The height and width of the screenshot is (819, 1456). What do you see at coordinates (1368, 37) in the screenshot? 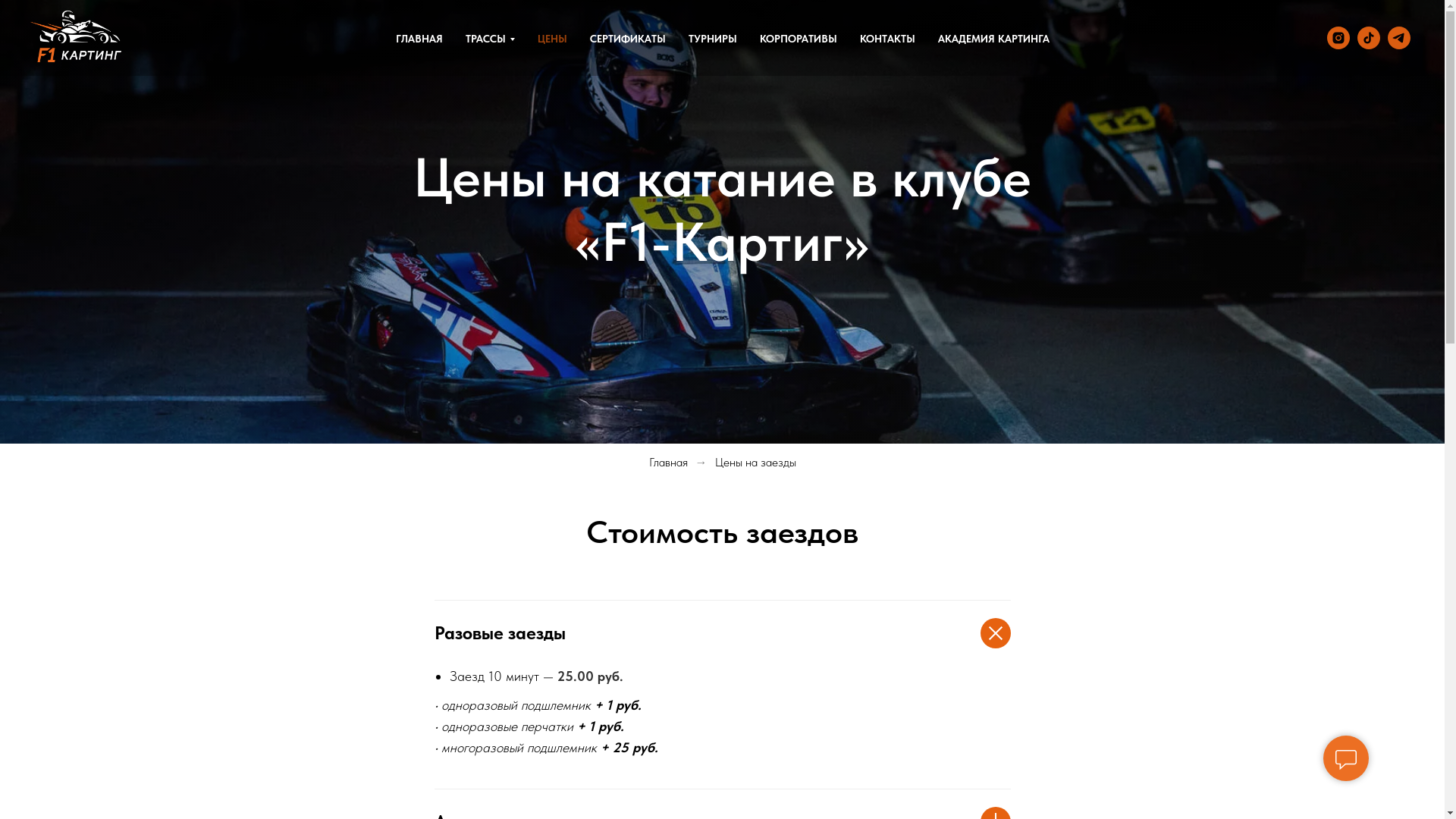
I see `'TIKTOK'` at bounding box center [1368, 37].